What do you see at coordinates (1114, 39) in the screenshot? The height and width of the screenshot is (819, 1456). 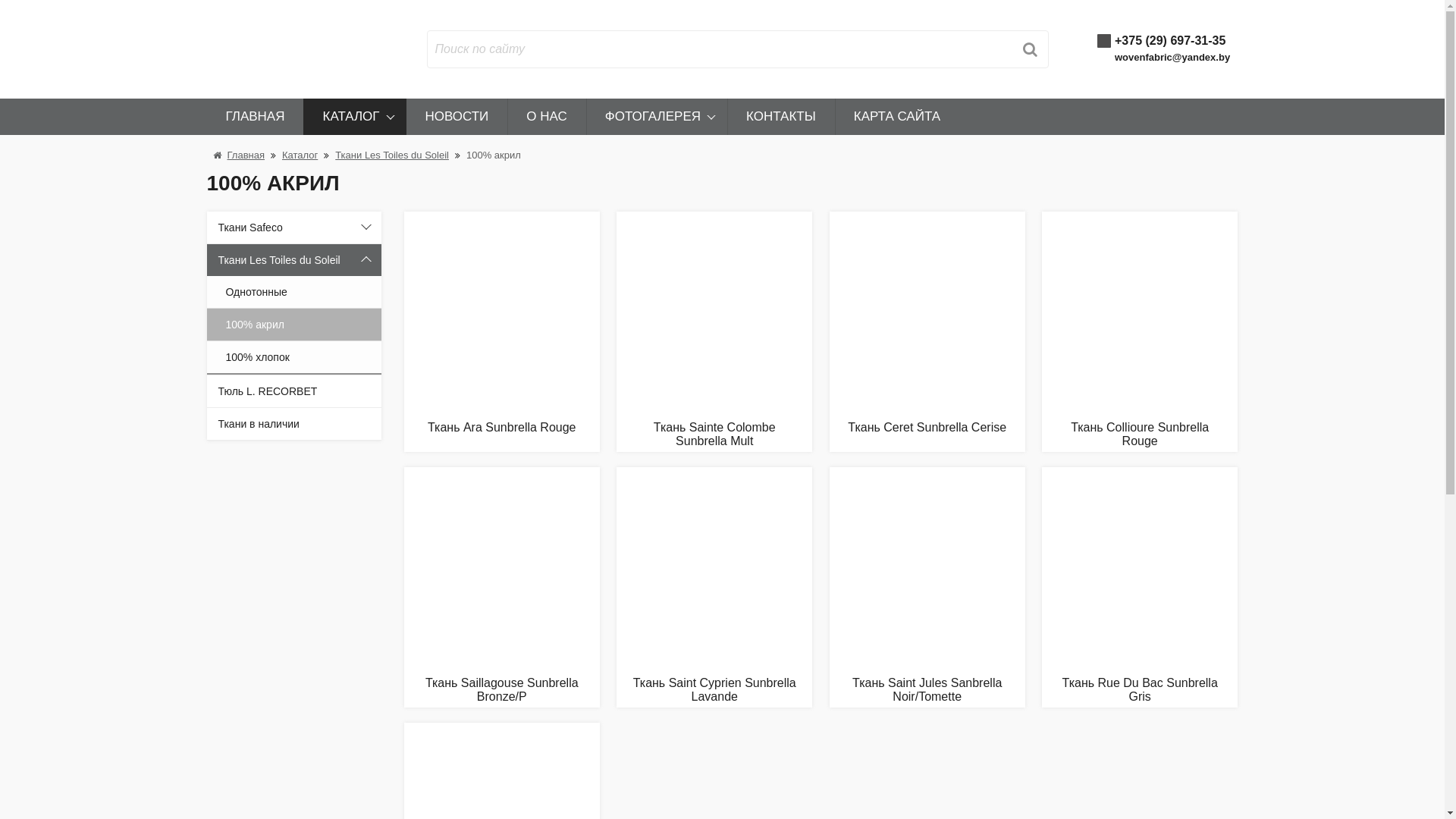 I see `'+375 (29) 697-31-35'` at bounding box center [1114, 39].